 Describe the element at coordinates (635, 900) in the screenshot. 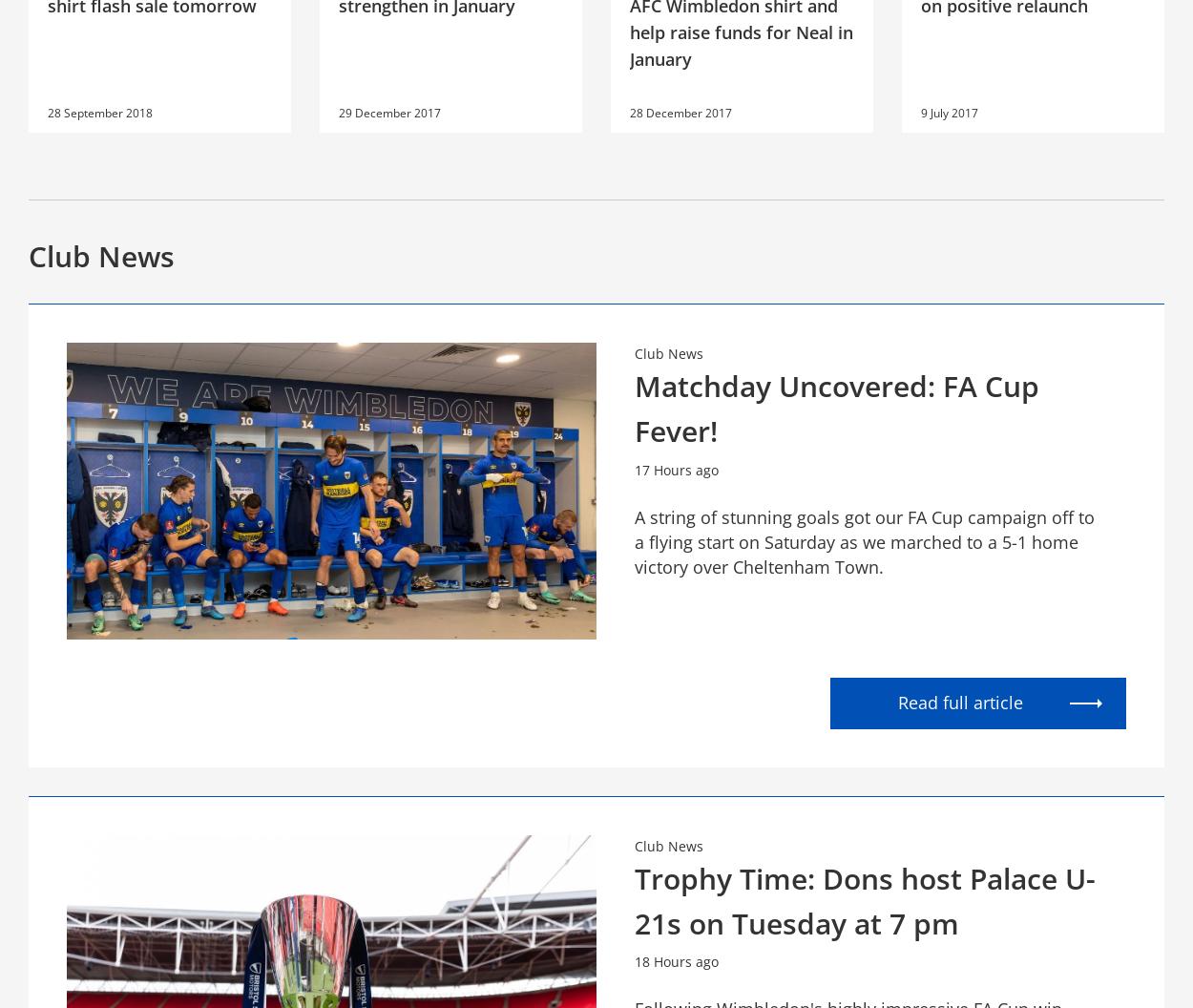

I see `'Trophy Time: Dons host Palace U-21s on Tuesday at 7 pm'` at that location.